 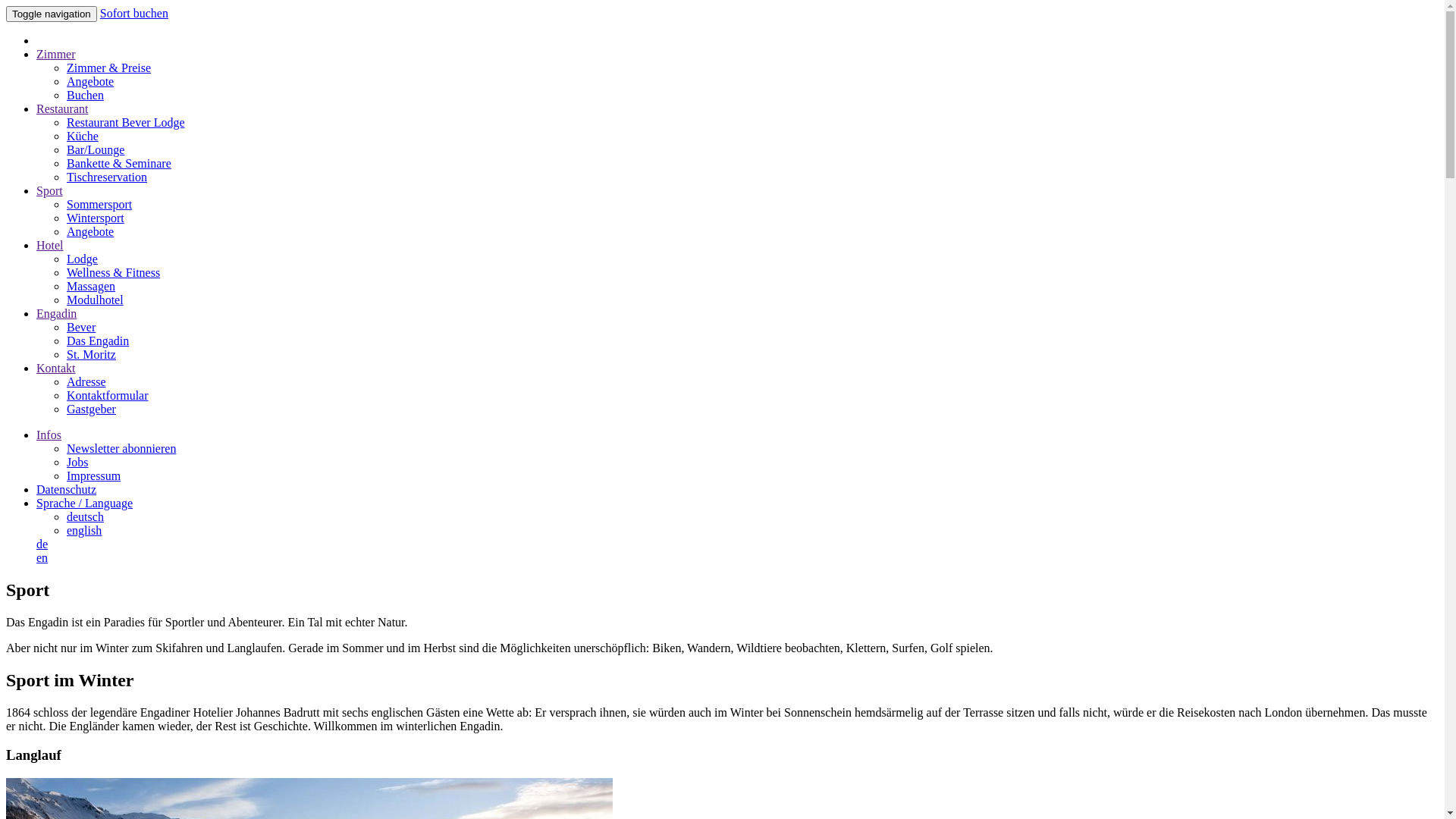 What do you see at coordinates (81, 258) in the screenshot?
I see `'Lodge'` at bounding box center [81, 258].